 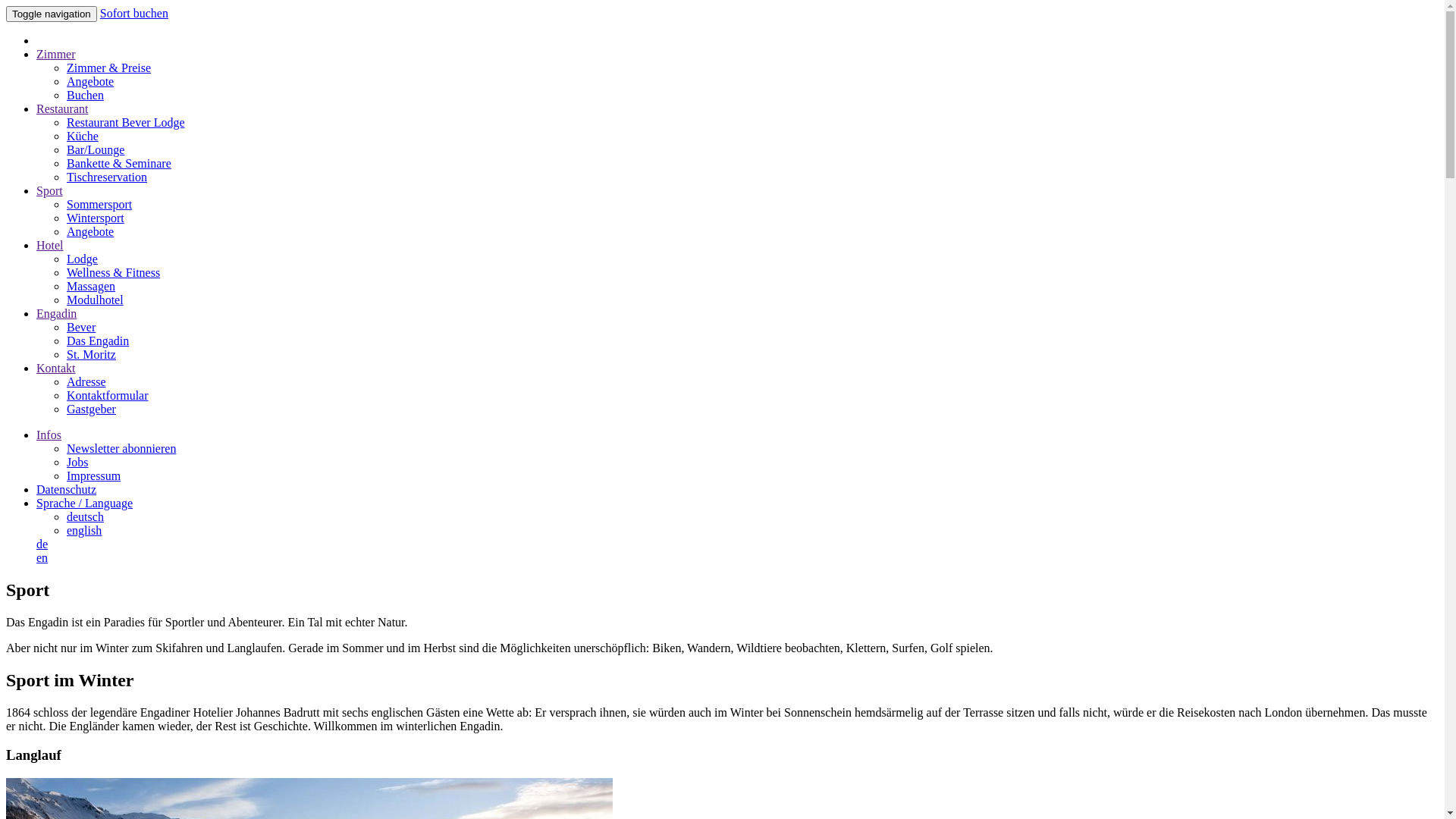 What do you see at coordinates (81, 258) in the screenshot?
I see `'Lodge'` at bounding box center [81, 258].